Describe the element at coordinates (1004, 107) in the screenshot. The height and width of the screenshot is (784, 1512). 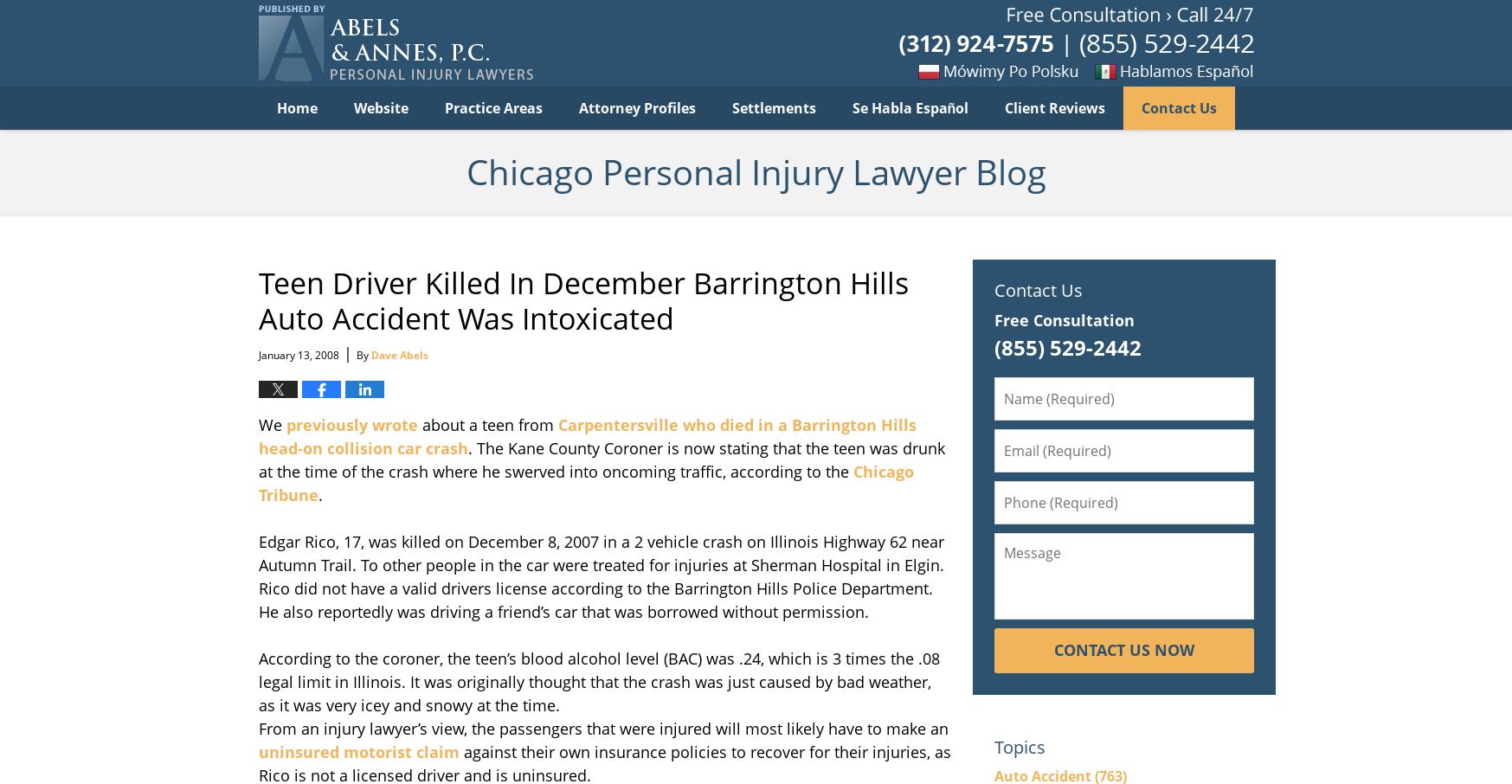
I see `'Client Reviews'` at that location.